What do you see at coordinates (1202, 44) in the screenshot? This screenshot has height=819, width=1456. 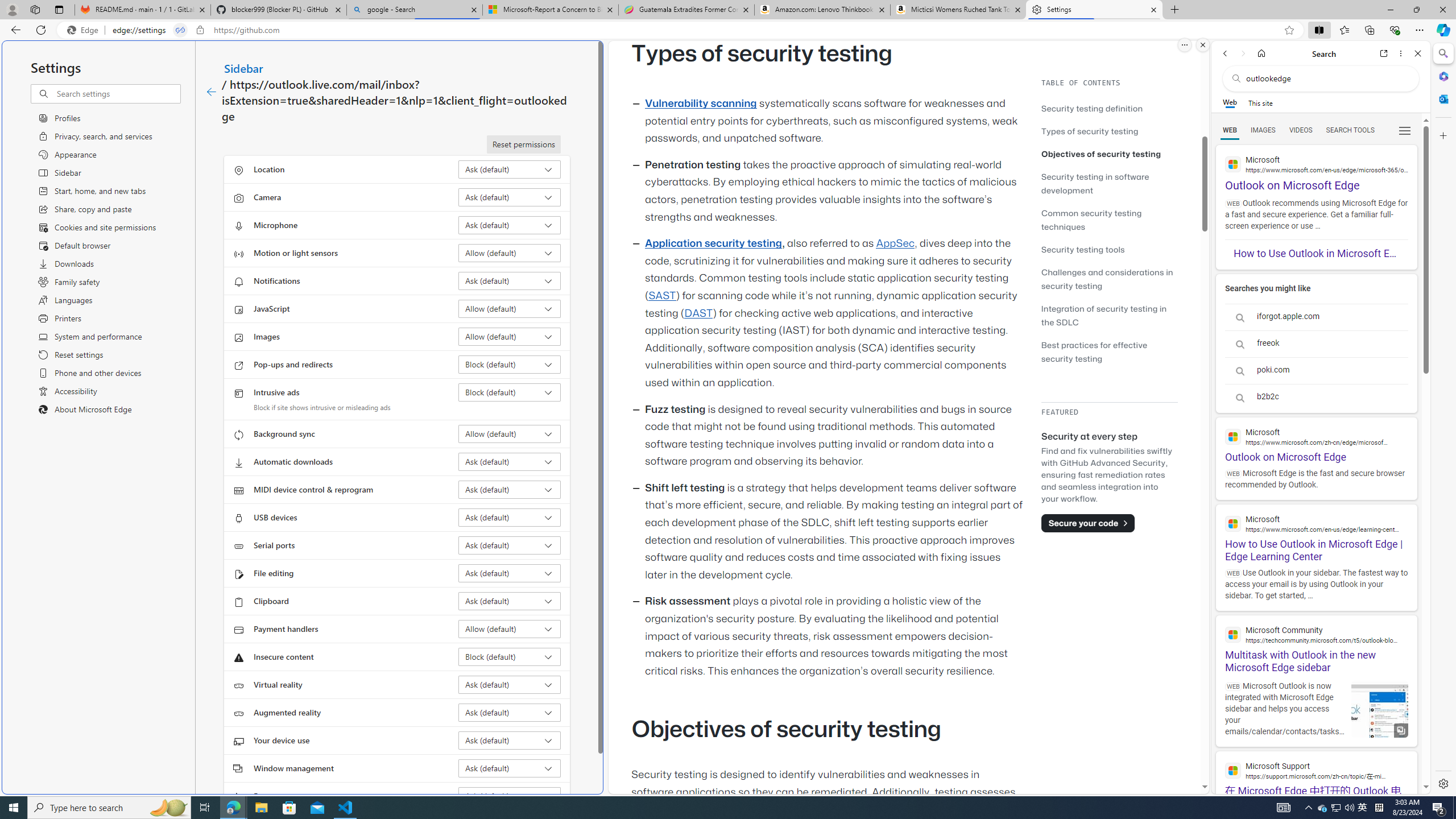 I see `'Close split screen.'` at bounding box center [1202, 44].